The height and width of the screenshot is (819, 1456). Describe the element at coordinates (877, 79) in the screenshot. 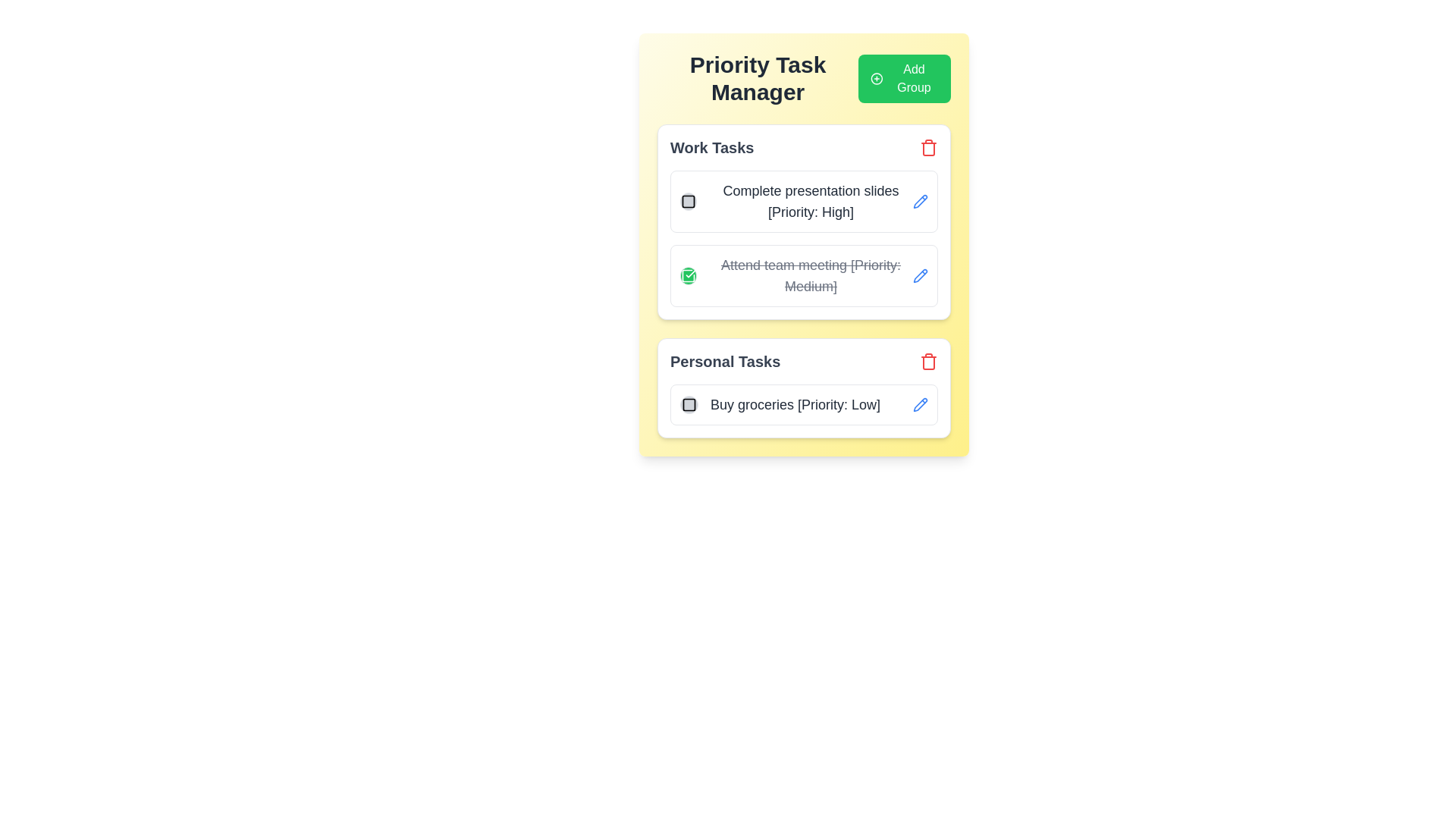

I see `the circular icon with a plus symbol in the center, which has a green outline and is part of the 'Add Group' button in the 'Priority Task Manager' panel` at that location.